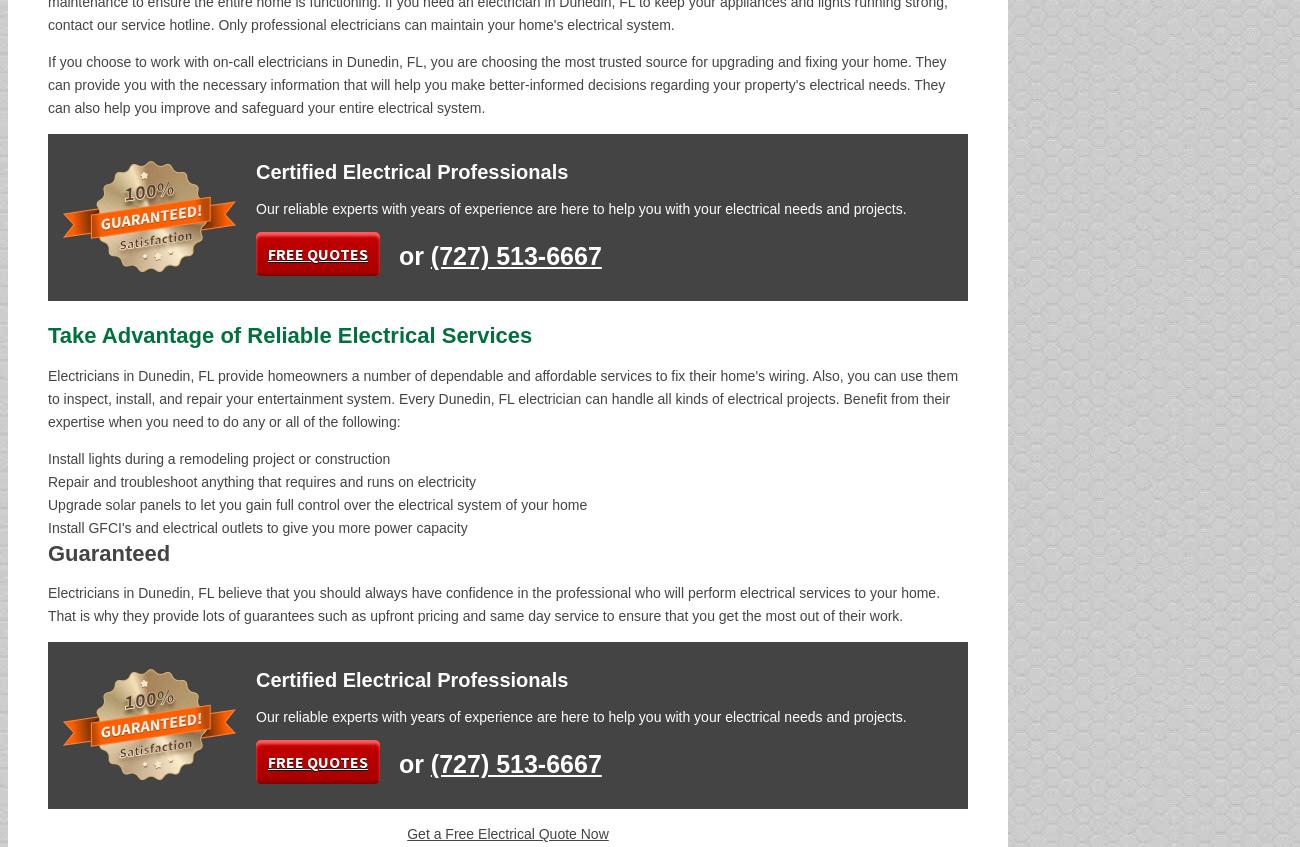  I want to click on 'Guaranteed', so click(108, 553).